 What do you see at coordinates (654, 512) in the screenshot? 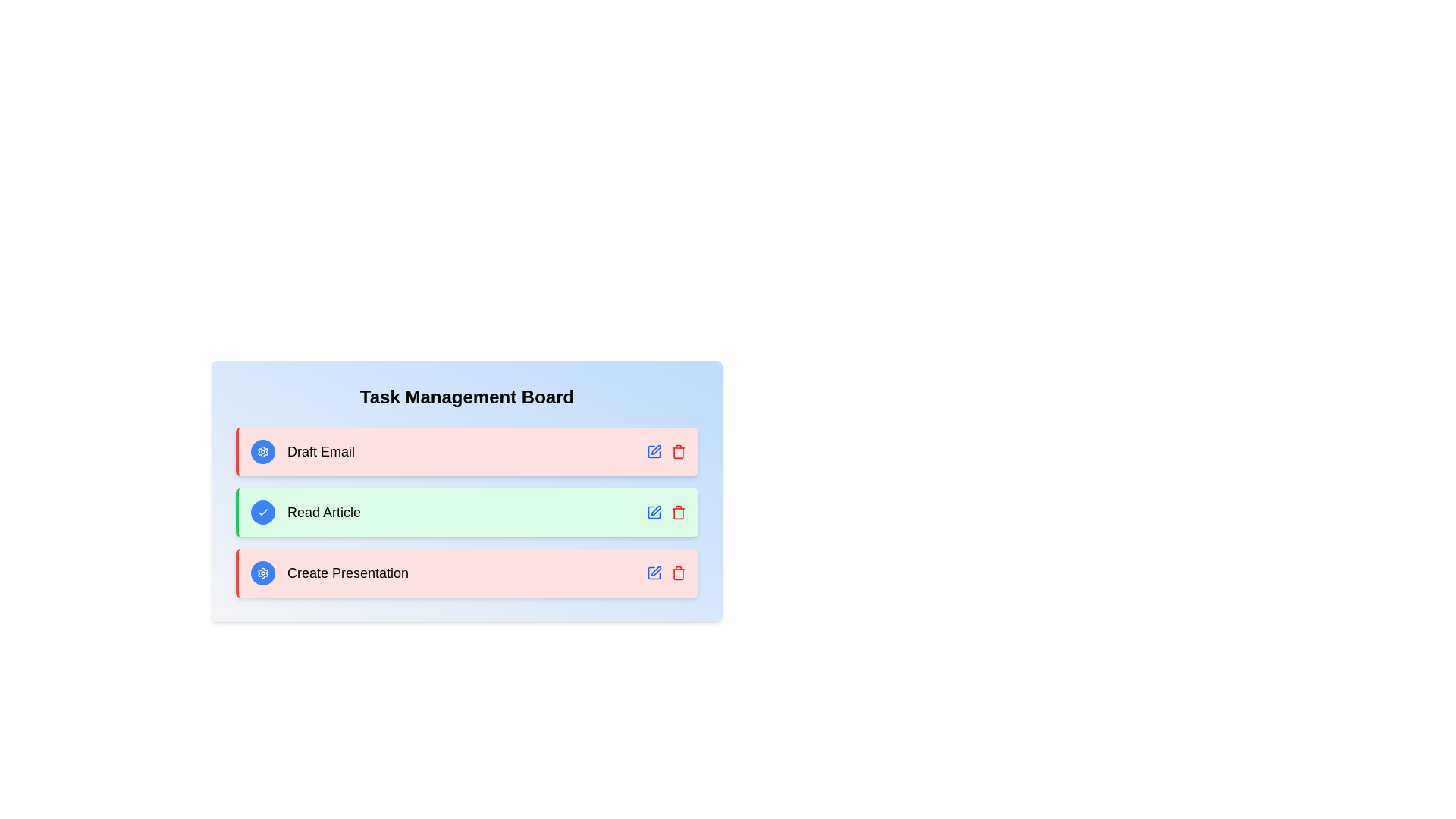
I see `the edit button for the task 'Read Article'` at bounding box center [654, 512].